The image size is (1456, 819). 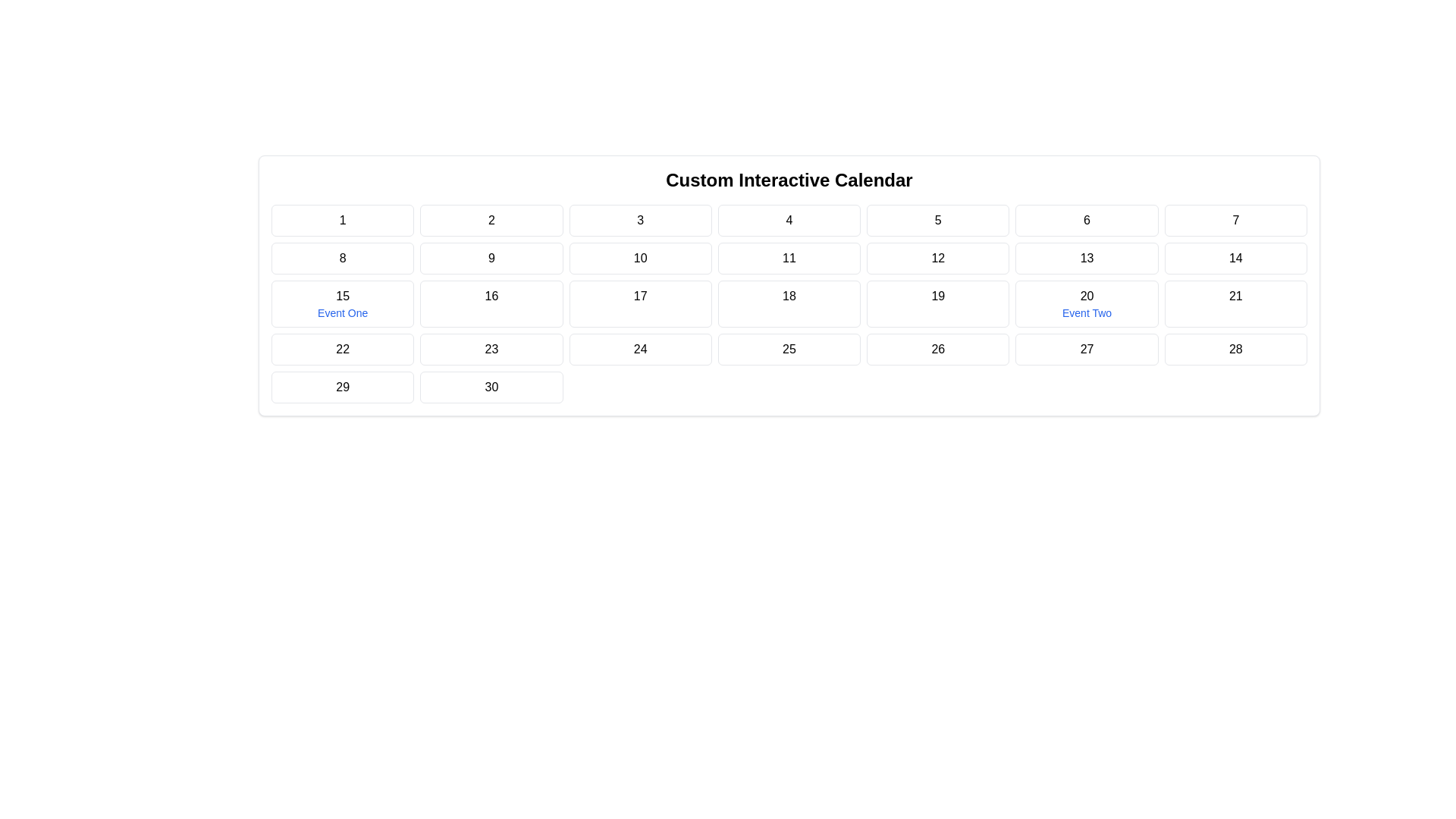 I want to click on the Number Display or Calendar Day Box containing the number '24', which is a white rectangular box with rounded corners and a gray border, so click(x=640, y=350).